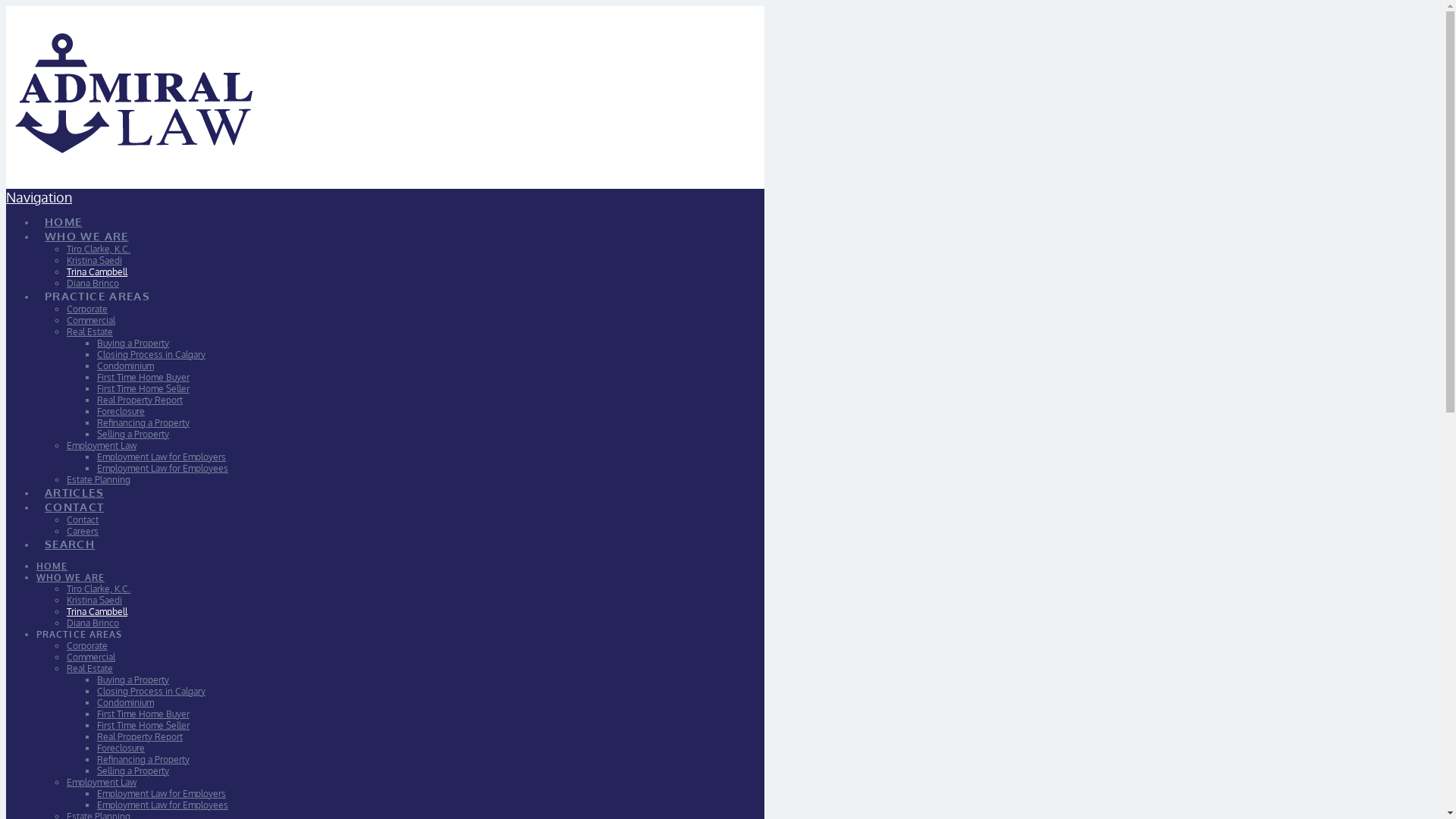 The width and height of the screenshot is (1456, 819). What do you see at coordinates (89, 331) in the screenshot?
I see `'Real Estate'` at bounding box center [89, 331].